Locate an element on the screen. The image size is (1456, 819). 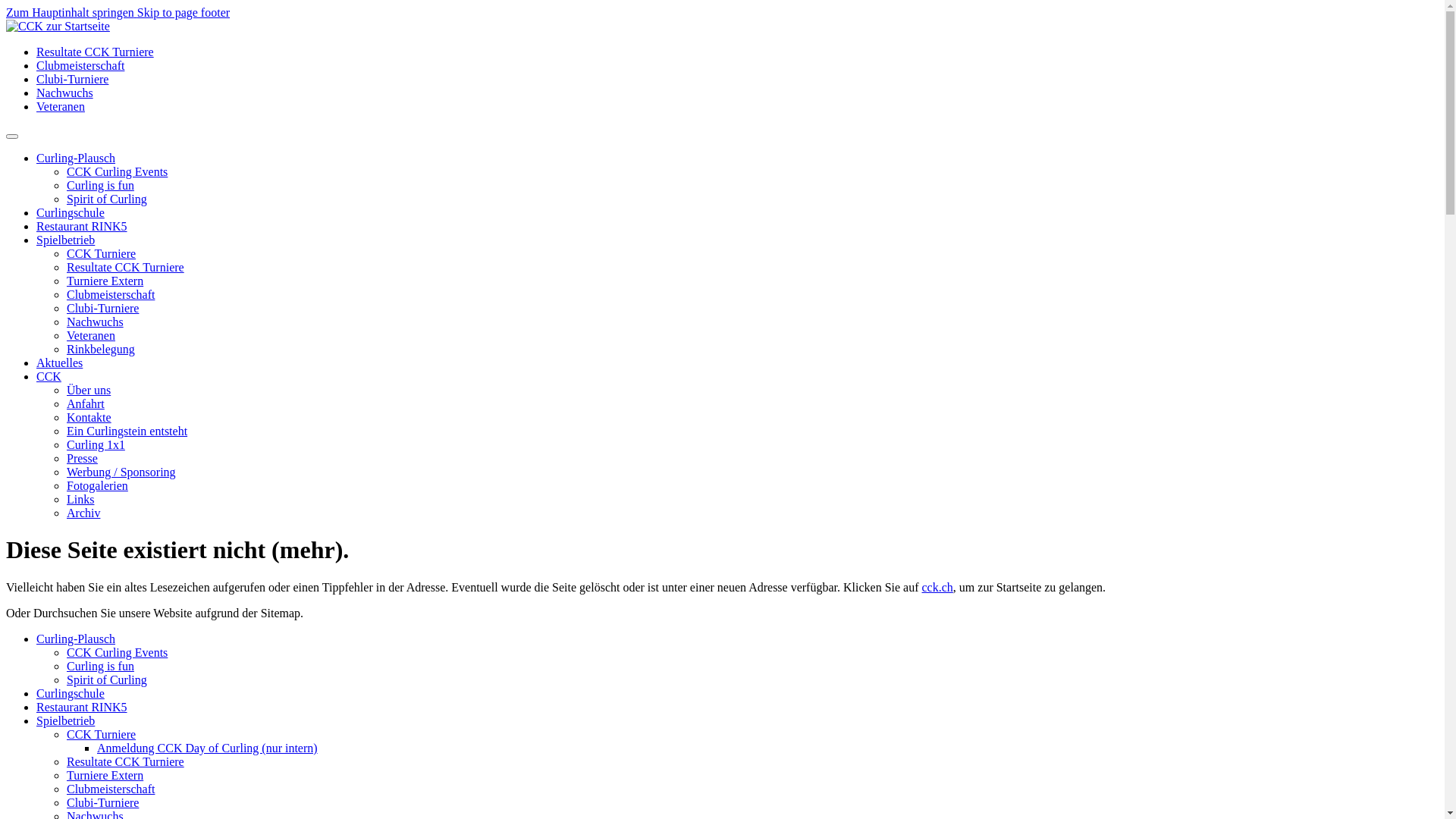
'Fotogalerien' is located at coordinates (96, 485).